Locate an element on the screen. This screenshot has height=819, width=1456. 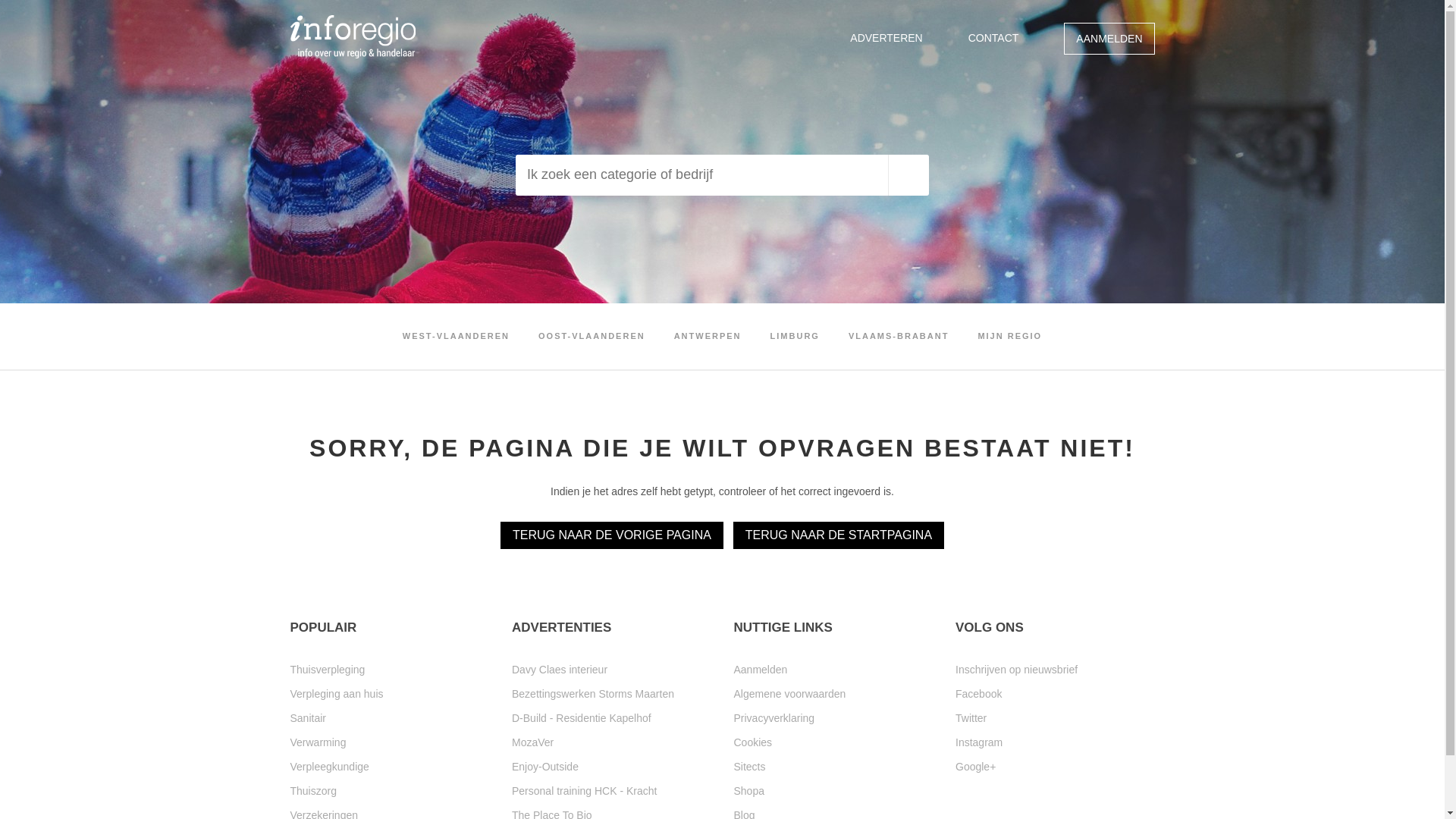
'LIMBURG' is located at coordinates (794, 335).